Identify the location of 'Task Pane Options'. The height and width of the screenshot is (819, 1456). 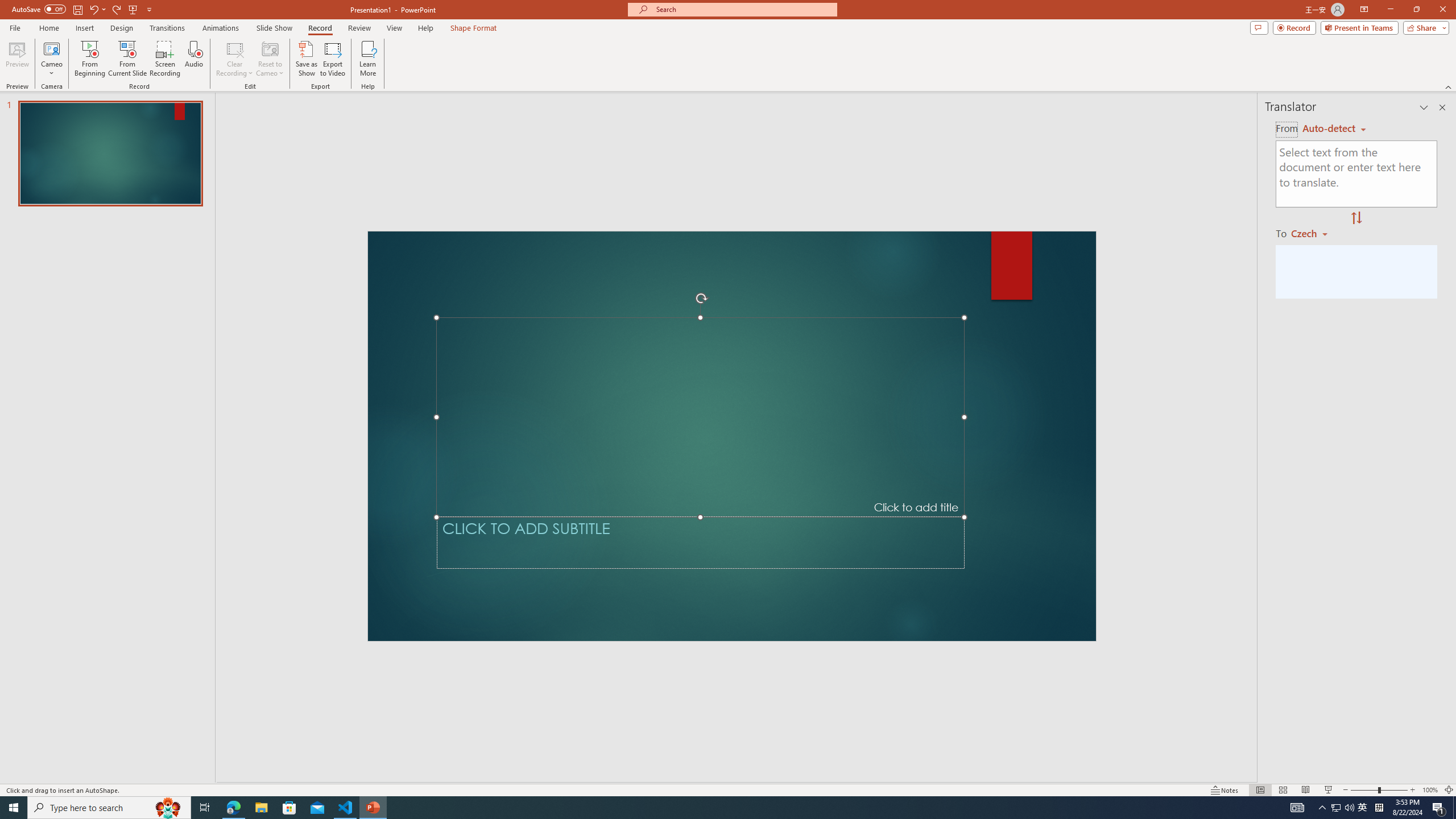
(1423, 107).